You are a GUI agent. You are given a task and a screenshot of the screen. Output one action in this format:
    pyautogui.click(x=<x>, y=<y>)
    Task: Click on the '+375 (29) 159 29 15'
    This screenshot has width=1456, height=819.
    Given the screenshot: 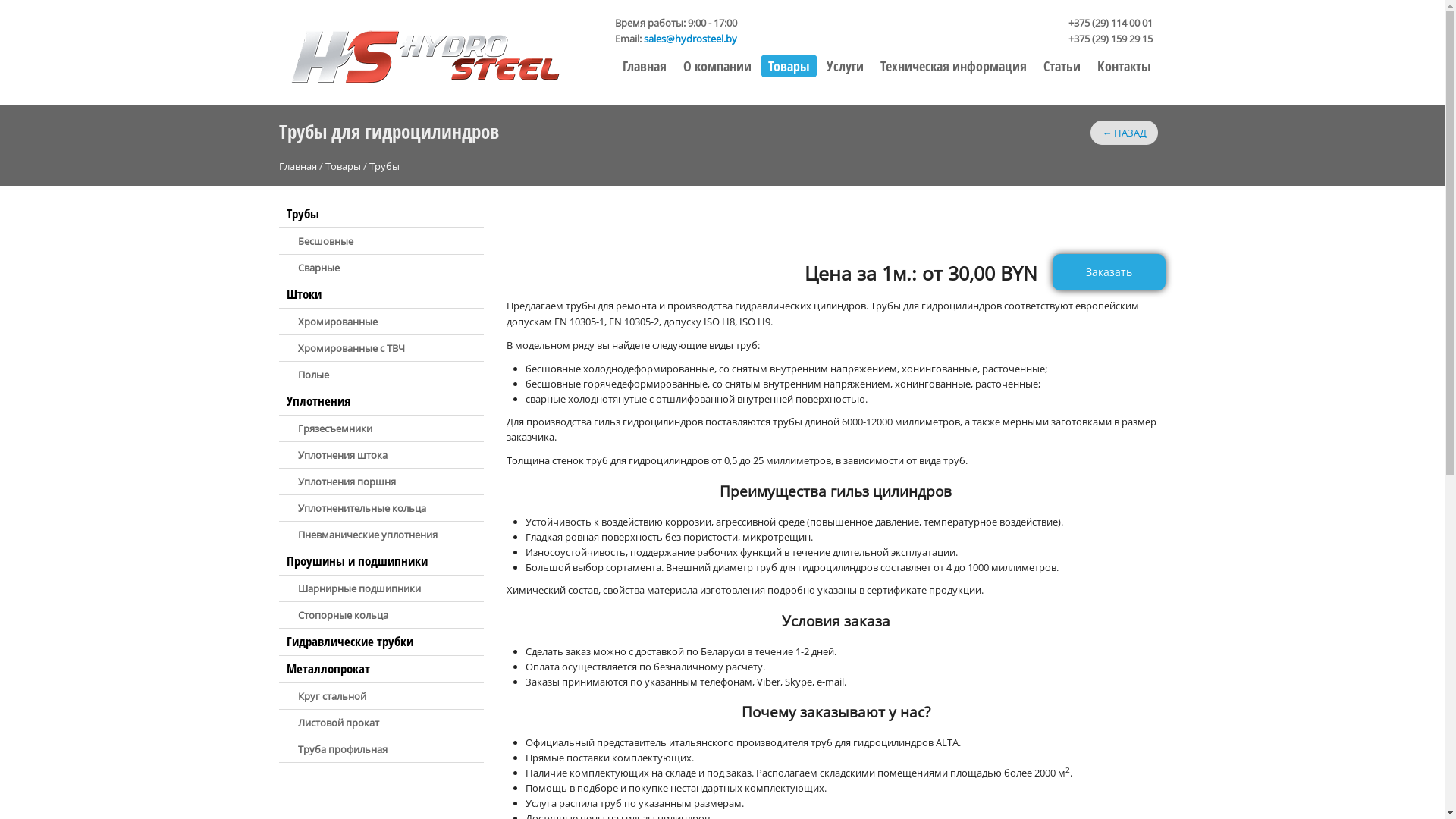 What is the action you would take?
    pyautogui.click(x=1109, y=37)
    